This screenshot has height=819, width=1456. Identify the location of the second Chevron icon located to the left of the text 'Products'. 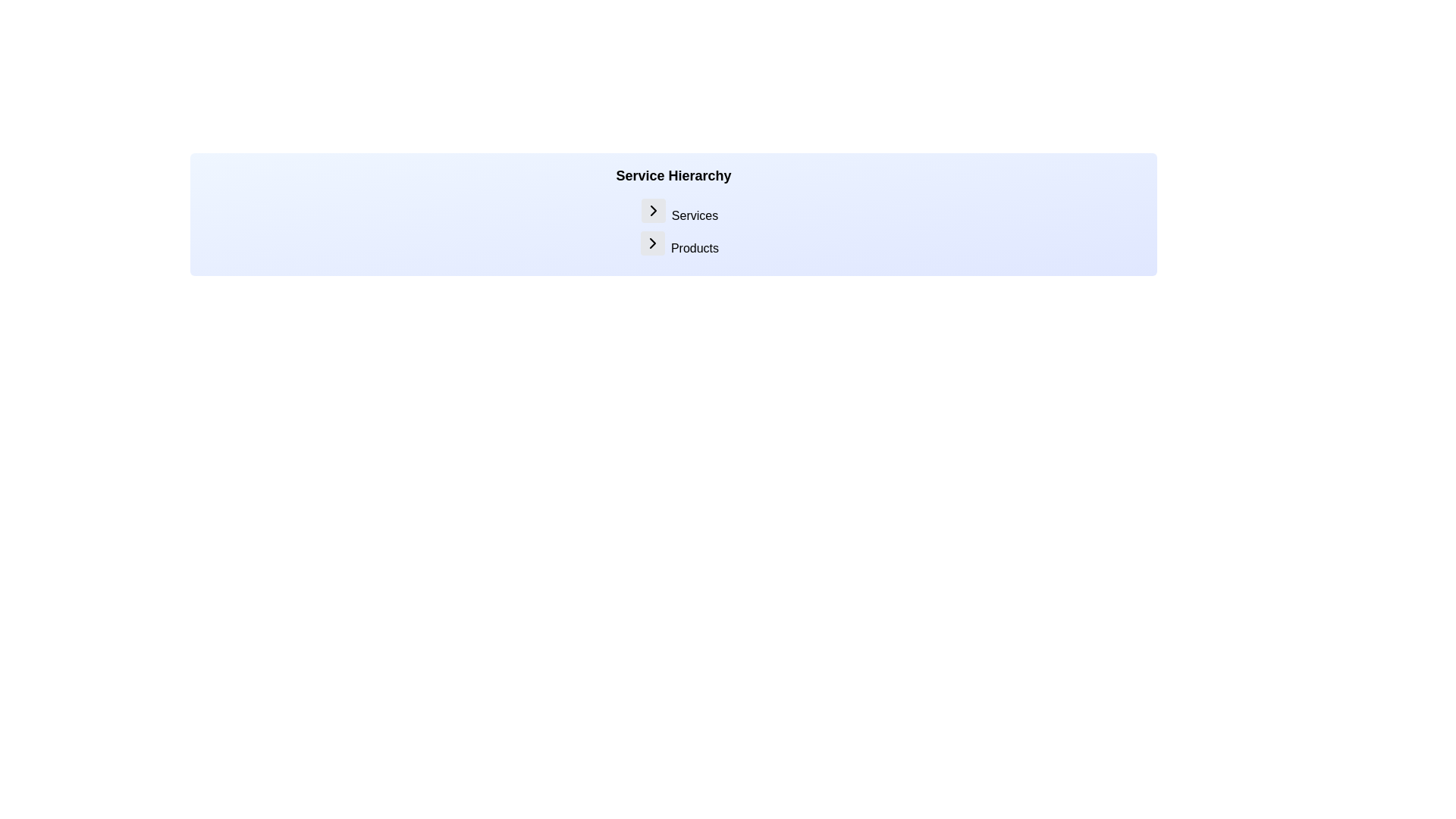
(652, 242).